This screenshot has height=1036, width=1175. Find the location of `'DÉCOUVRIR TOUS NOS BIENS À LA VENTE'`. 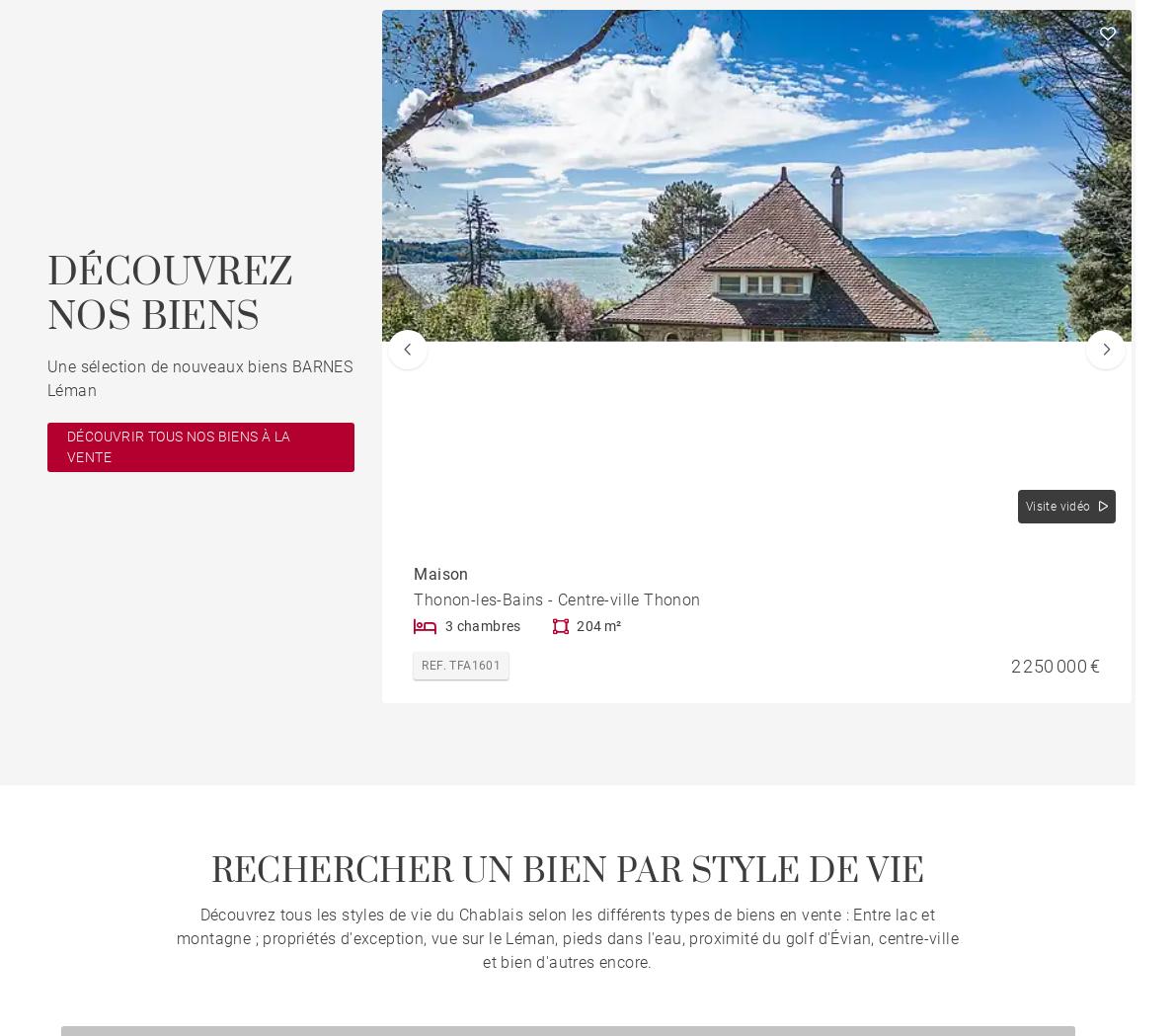

'DÉCOUVRIR TOUS NOS BIENS À LA VENTE' is located at coordinates (177, 446).